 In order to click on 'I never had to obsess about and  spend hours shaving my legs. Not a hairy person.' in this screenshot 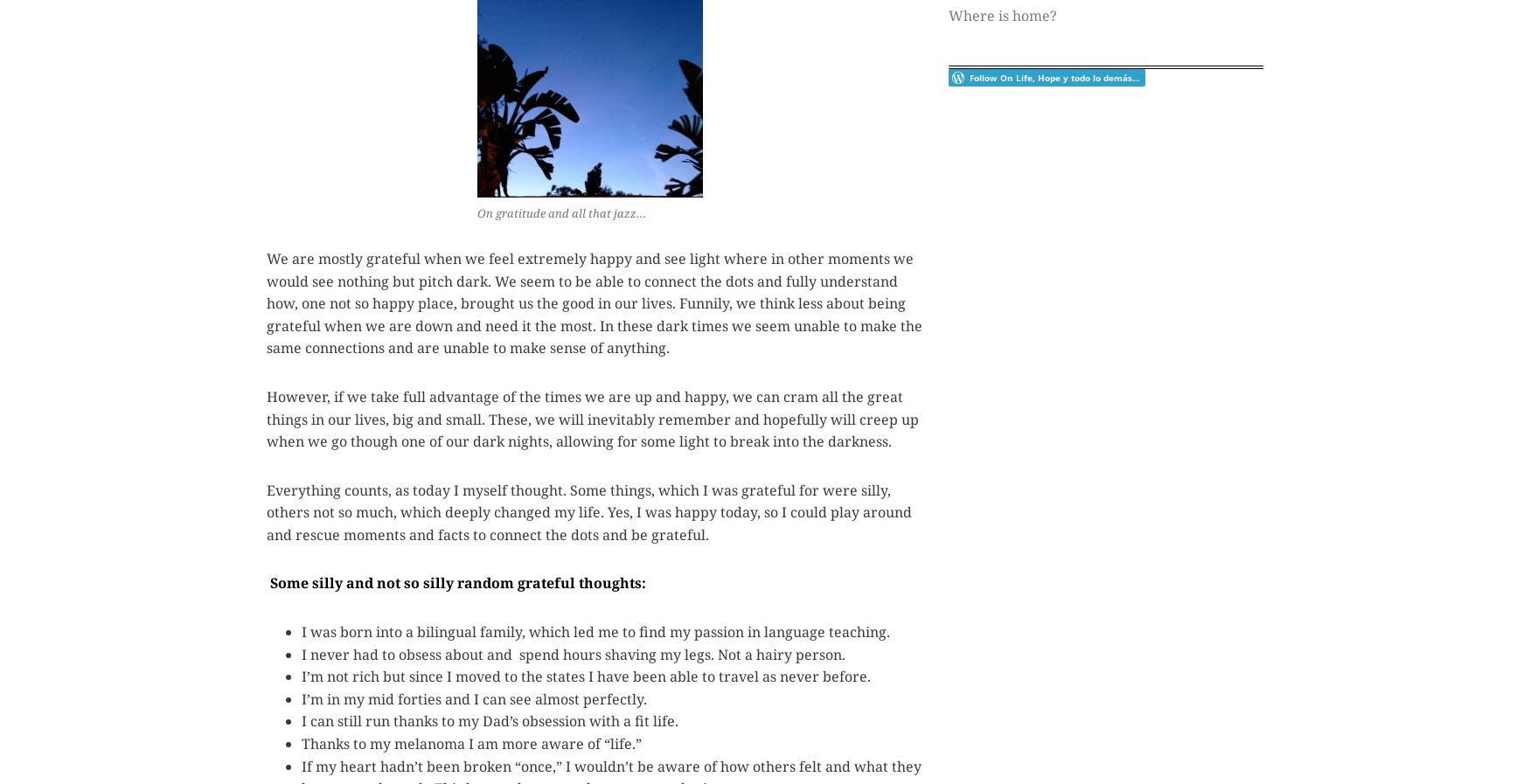, I will do `click(301, 654)`.